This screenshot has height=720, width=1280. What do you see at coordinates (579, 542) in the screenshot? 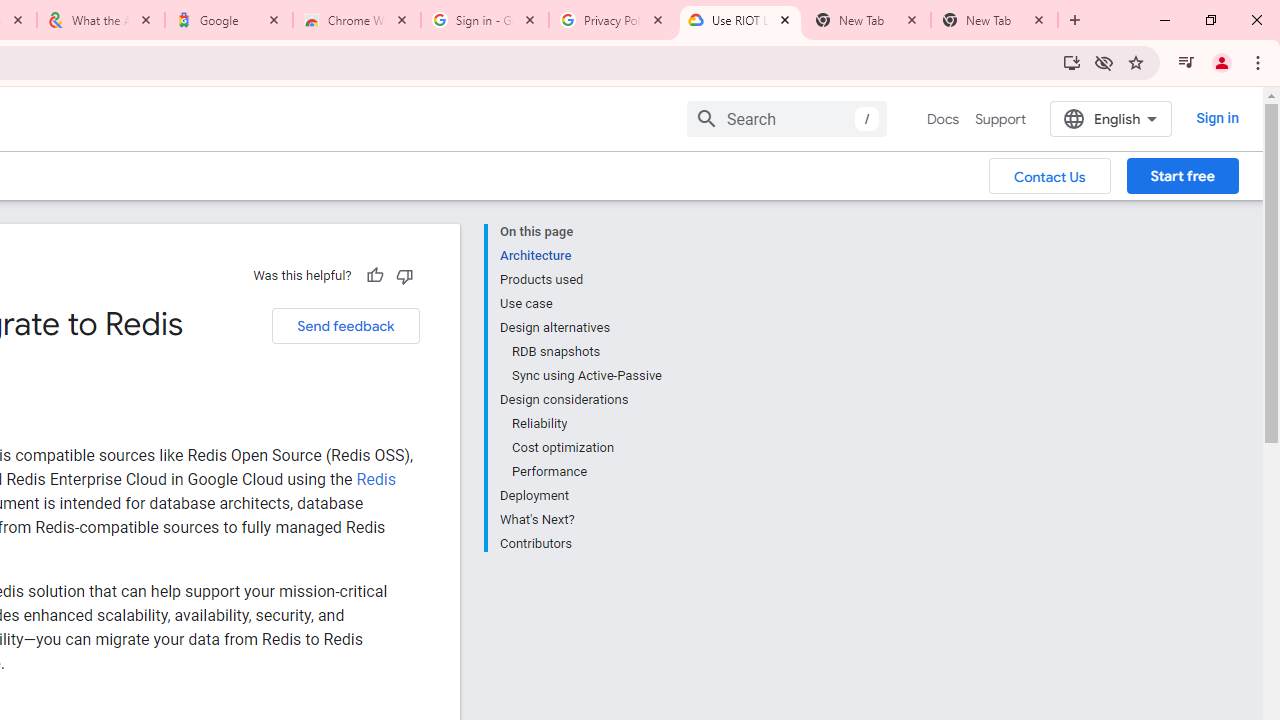
I see `'Contributors'` at bounding box center [579, 542].